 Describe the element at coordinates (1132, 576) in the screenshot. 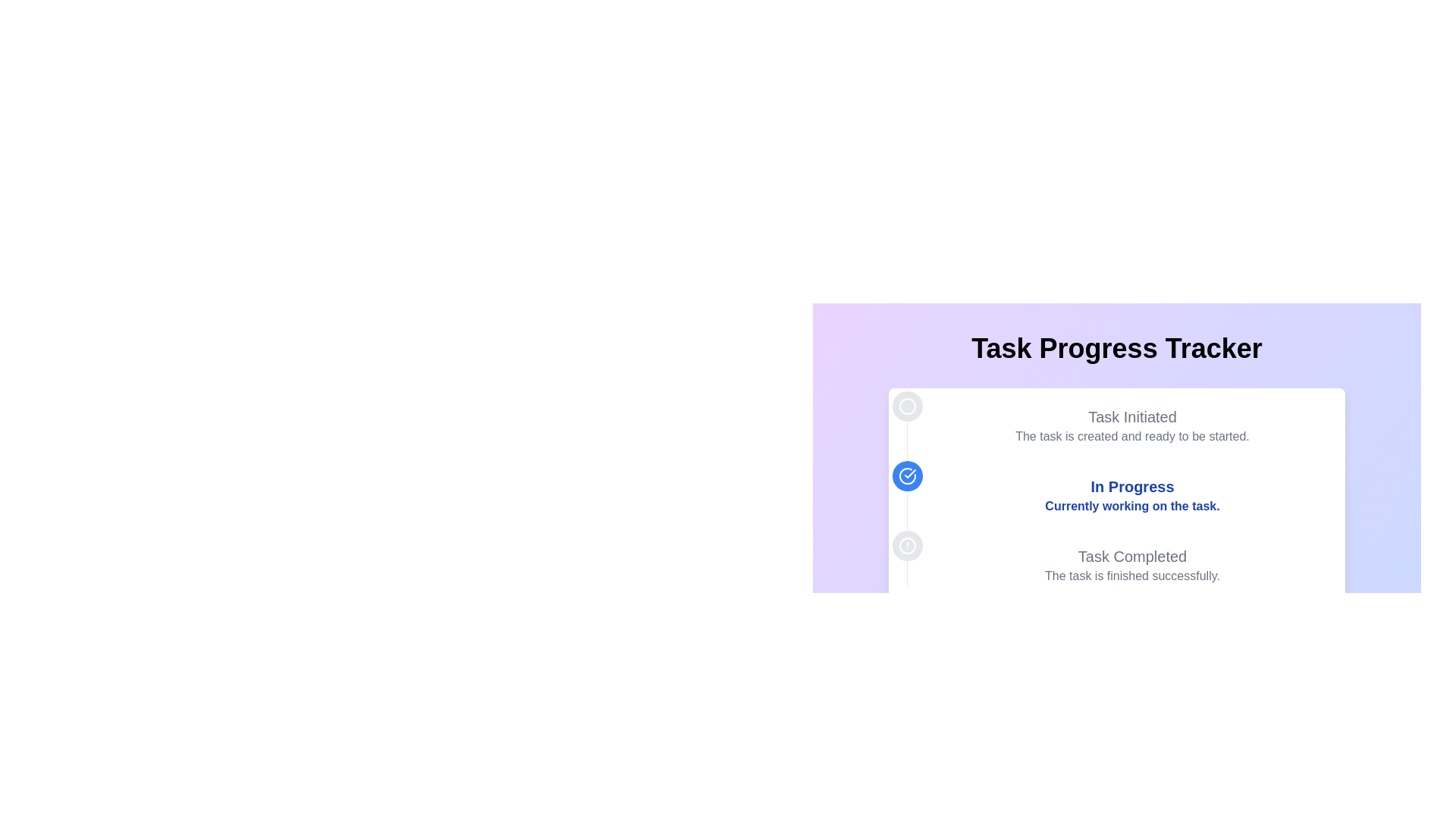

I see `the text label that reads 'The task is finished successfully.' located below the 'Task Completed' heading in the task tracker interface` at that location.